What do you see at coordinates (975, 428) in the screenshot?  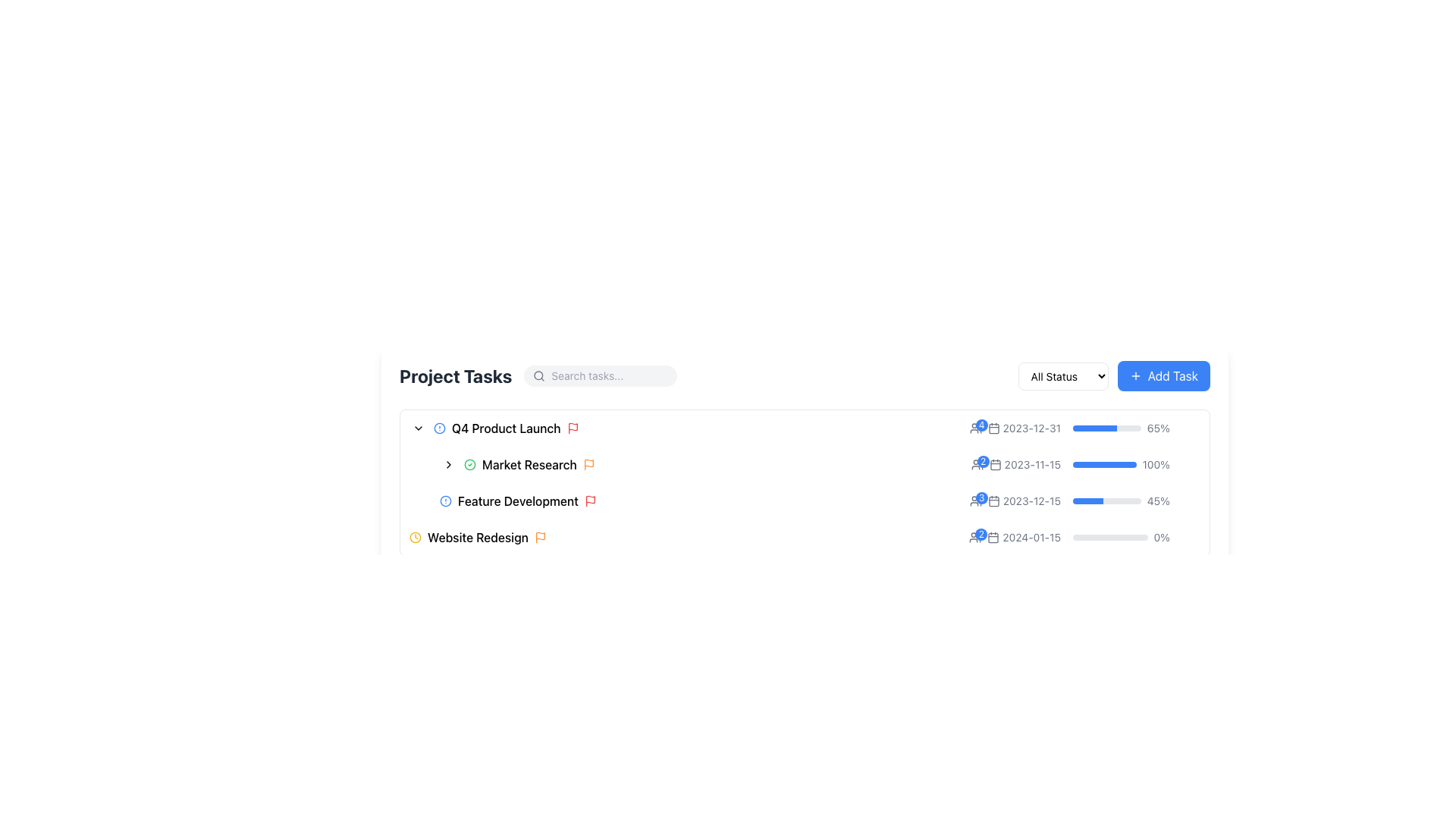 I see `the user icon with a numeric badge displaying '4' located to the left of the date text '2023-12-31'` at bounding box center [975, 428].